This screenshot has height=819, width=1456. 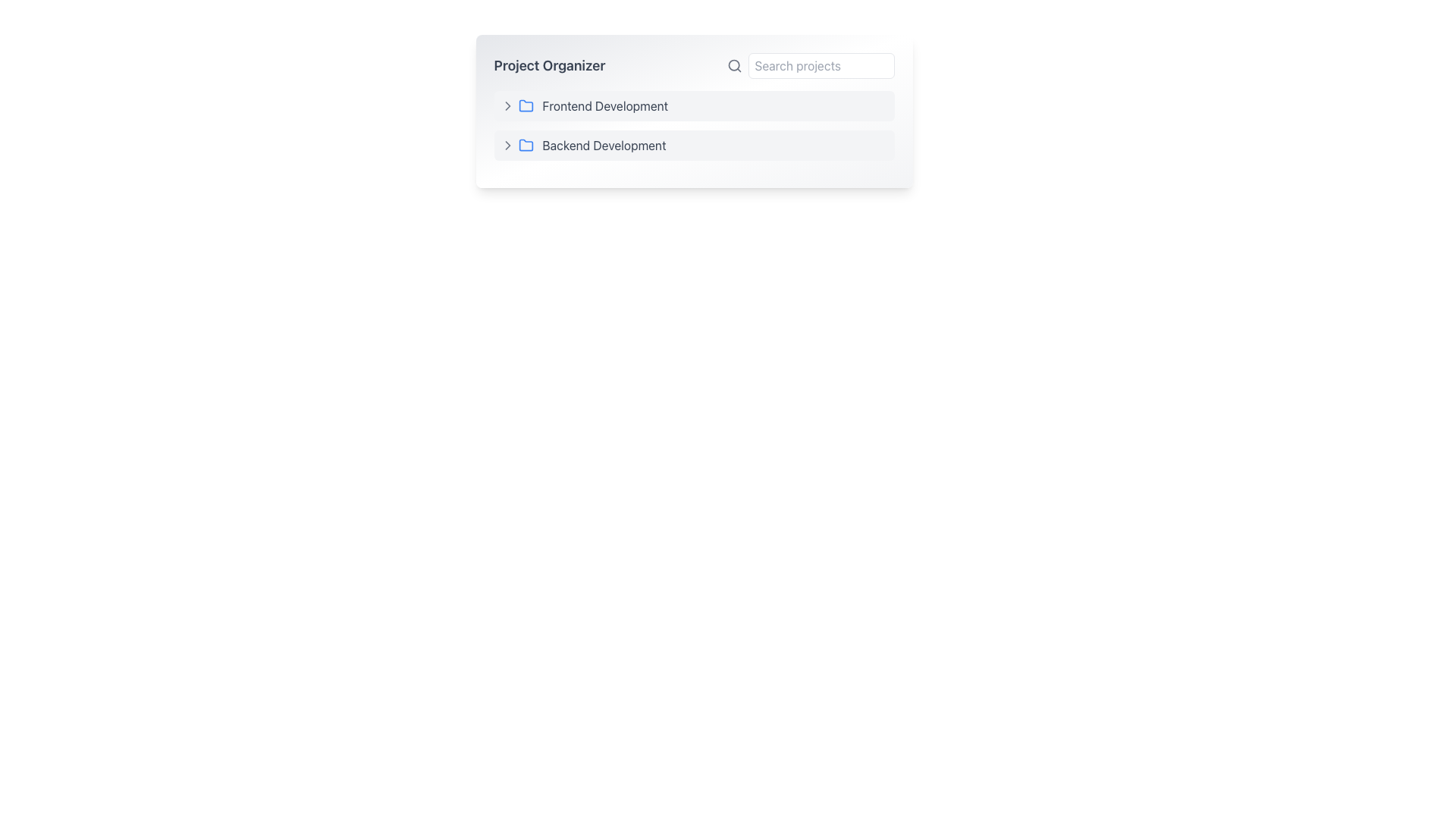 I want to click on the search icon, which is a minimalist gray magnifying glass located immediately to the left of the 'Search projects' input field in the 'Project Organizer' section, so click(x=734, y=65).